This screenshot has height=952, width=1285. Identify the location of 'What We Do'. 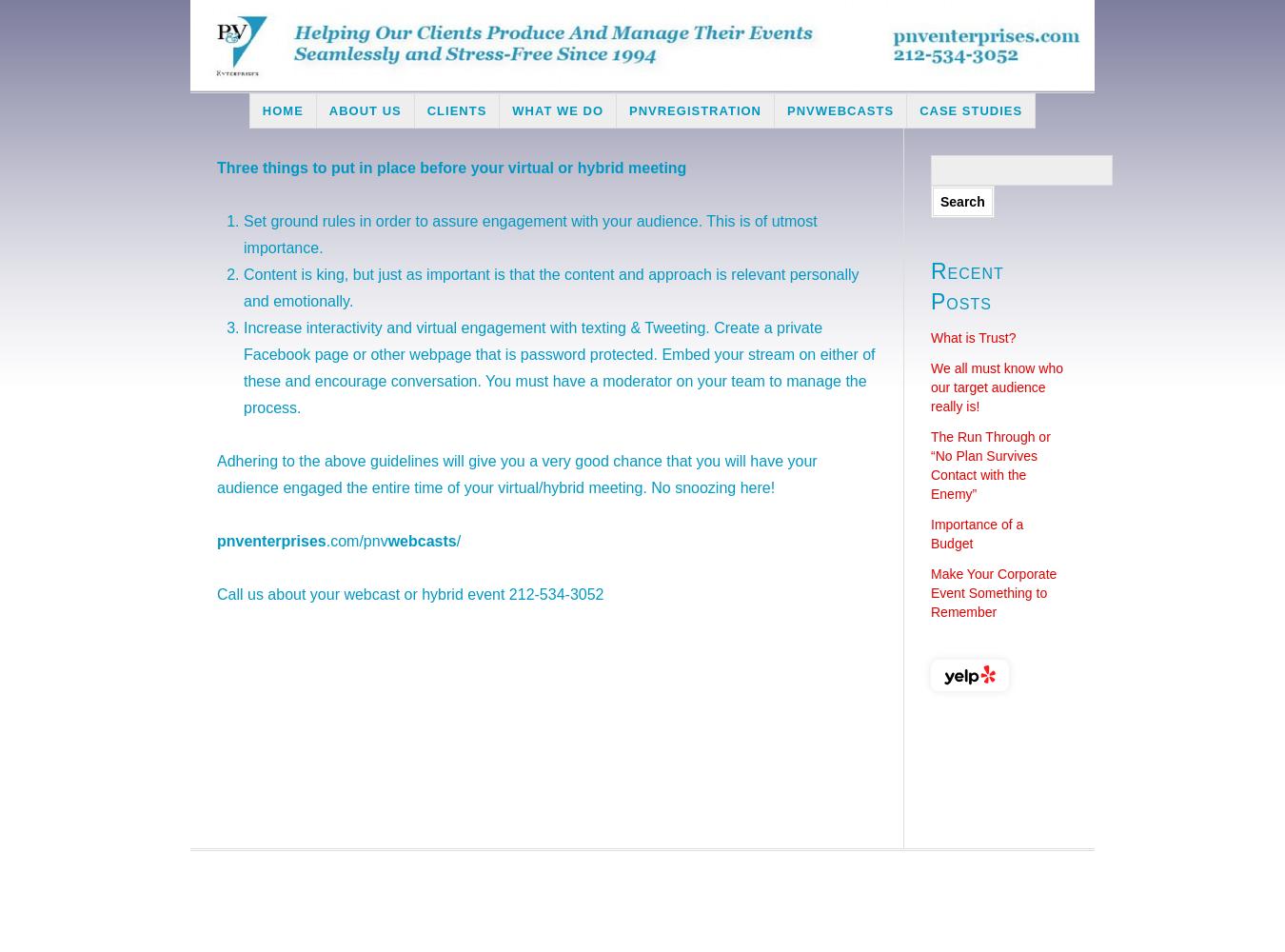
(558, 109).